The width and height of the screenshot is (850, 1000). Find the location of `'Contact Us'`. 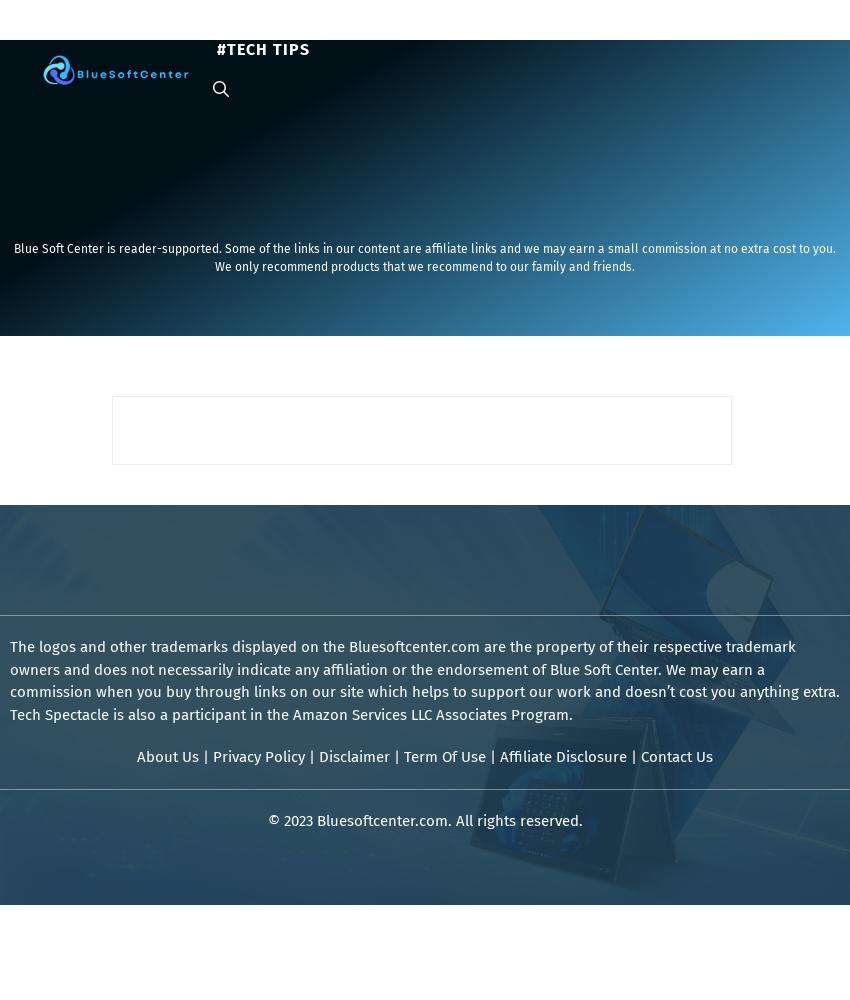

'Contact Us' is located at coordinates (677, 757).